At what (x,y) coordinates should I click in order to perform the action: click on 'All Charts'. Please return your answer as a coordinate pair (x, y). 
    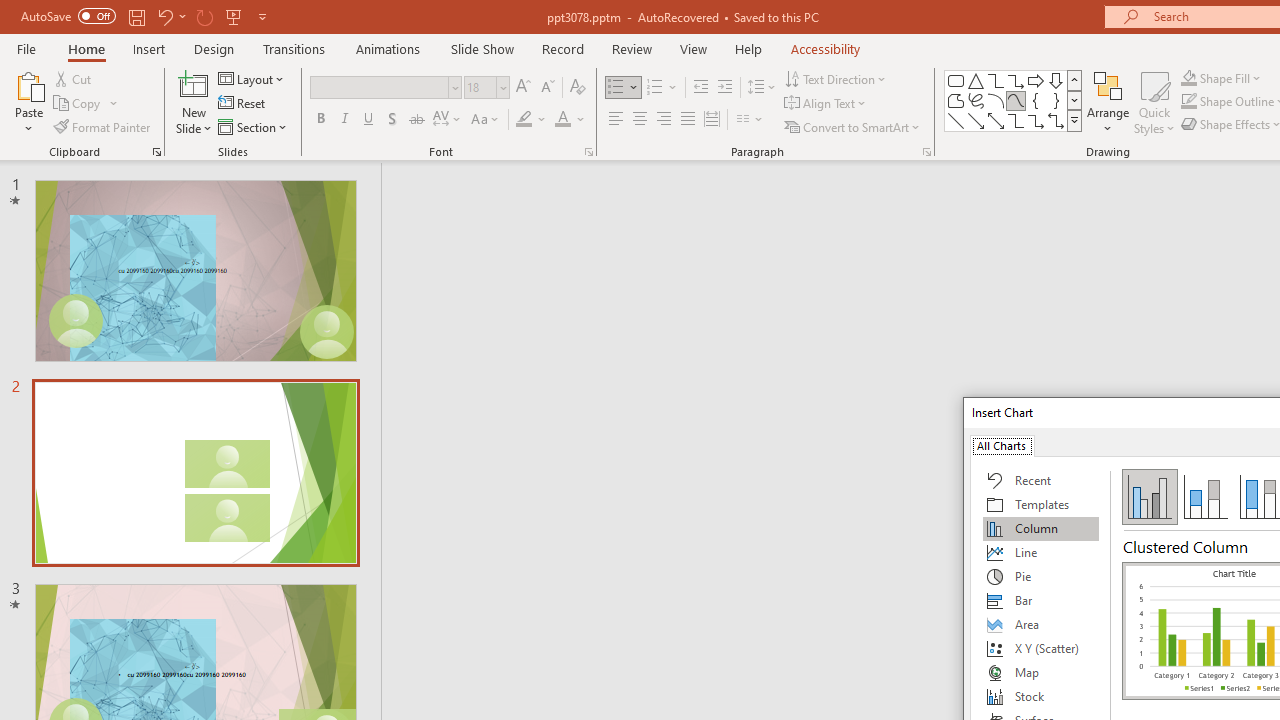
    Looking at the image, I should click on (1001, 444).